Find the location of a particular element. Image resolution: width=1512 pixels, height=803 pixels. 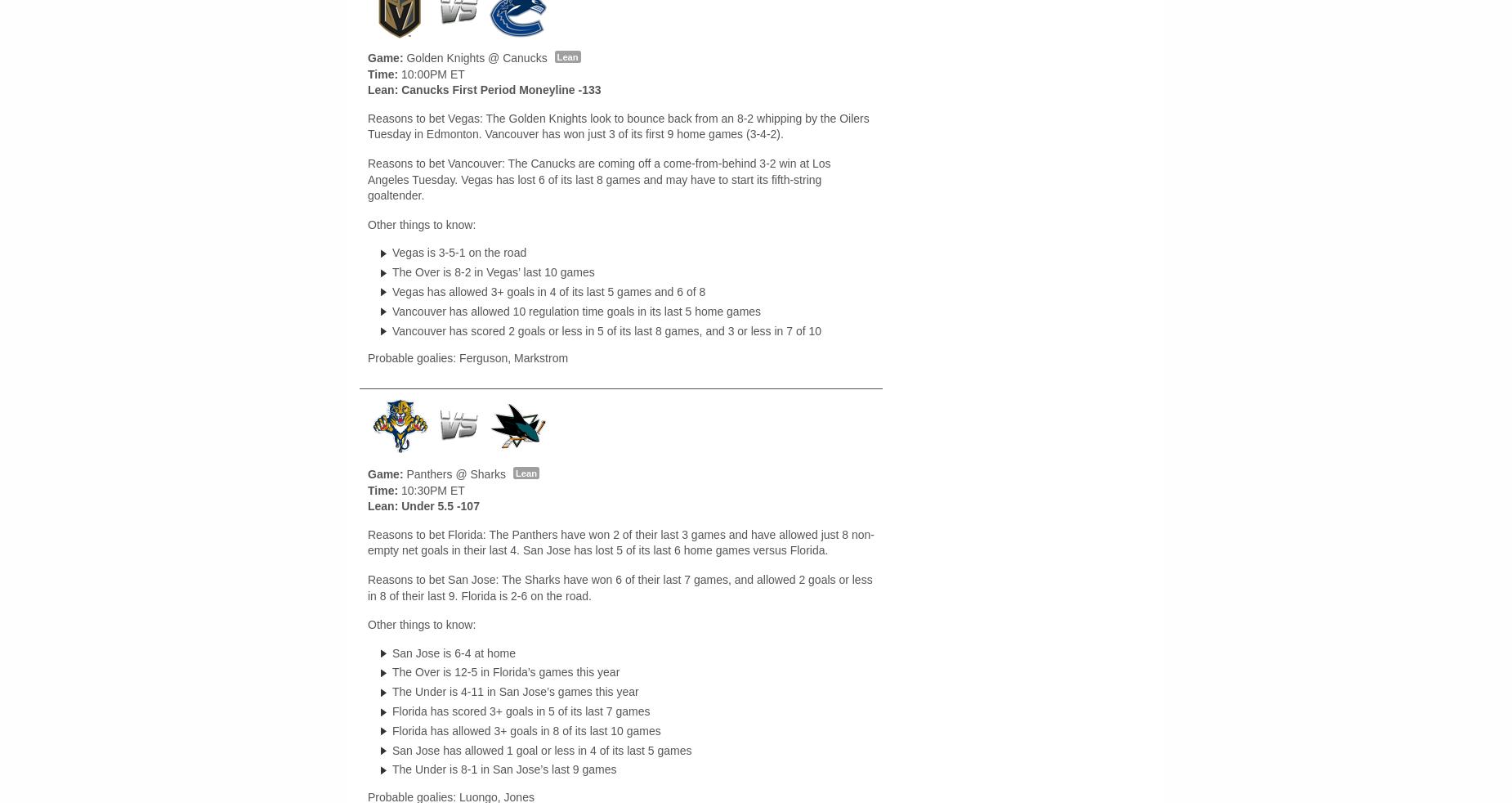

'Panthers @ Sharks' is located at coordinates (403, 472).